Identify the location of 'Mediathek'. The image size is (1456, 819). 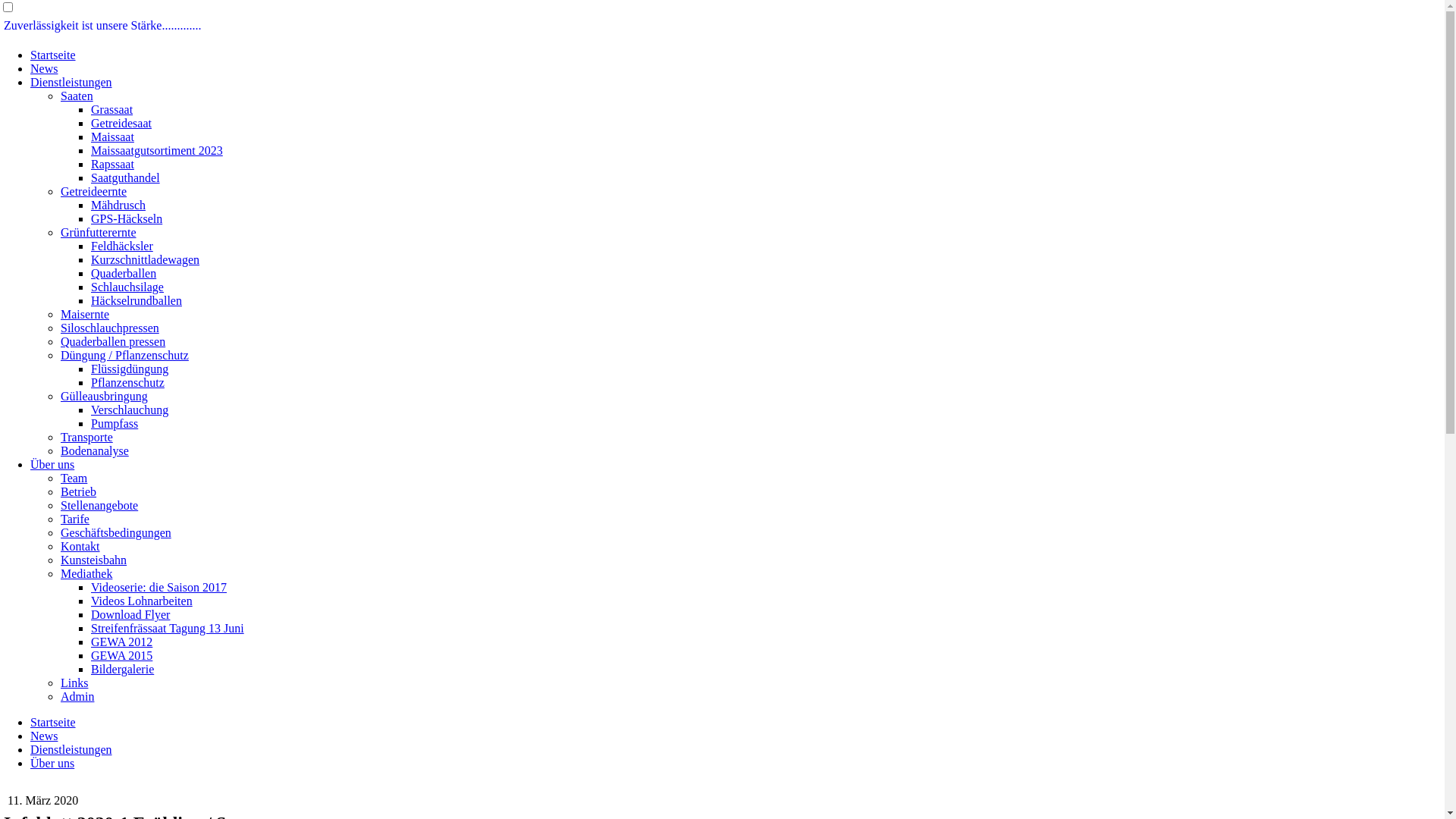
(86, 573).